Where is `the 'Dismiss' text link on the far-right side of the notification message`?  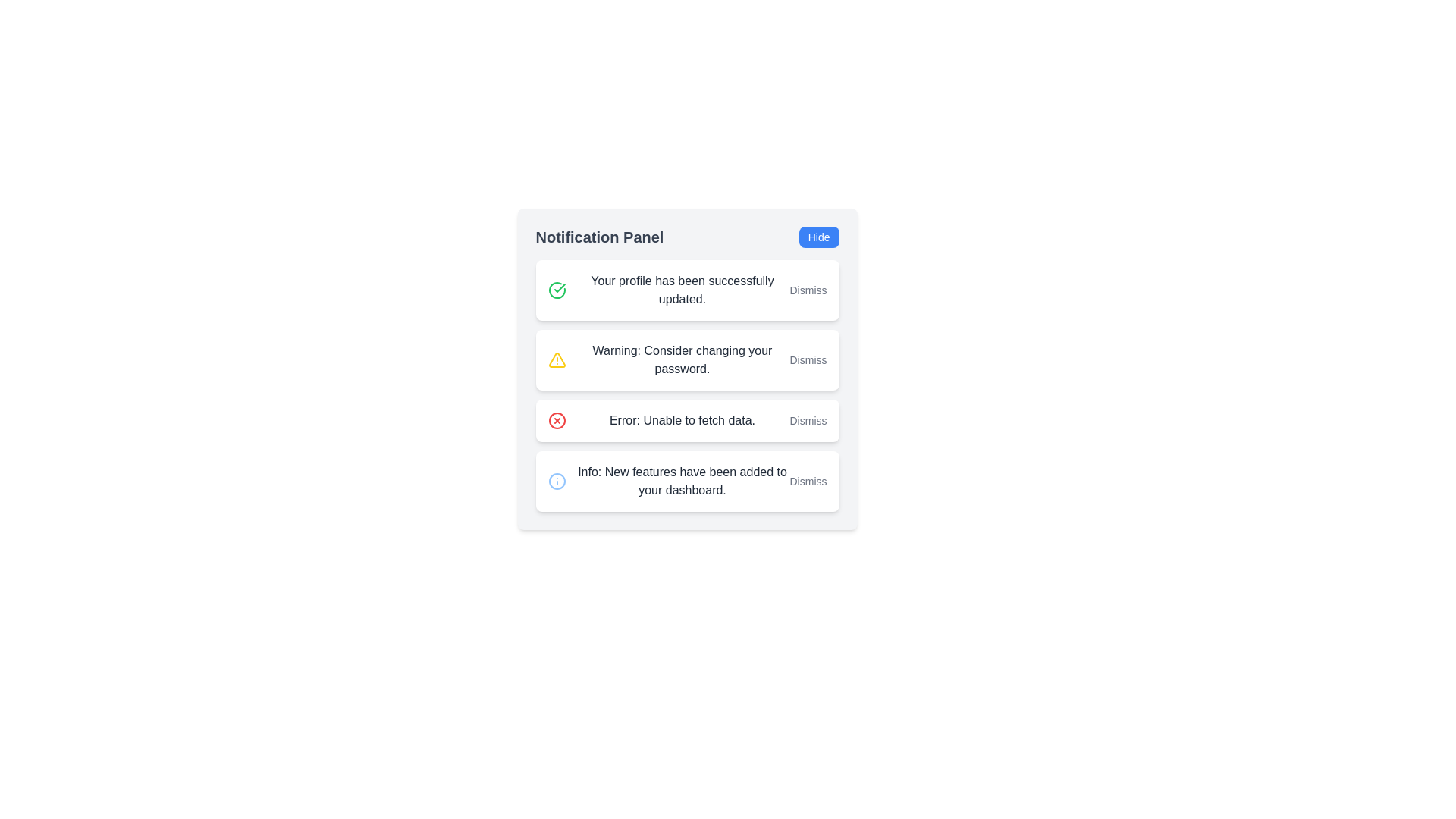 the 'Dismiss' text link on the far-right side of the notification message is located at coordinates (807, 290).